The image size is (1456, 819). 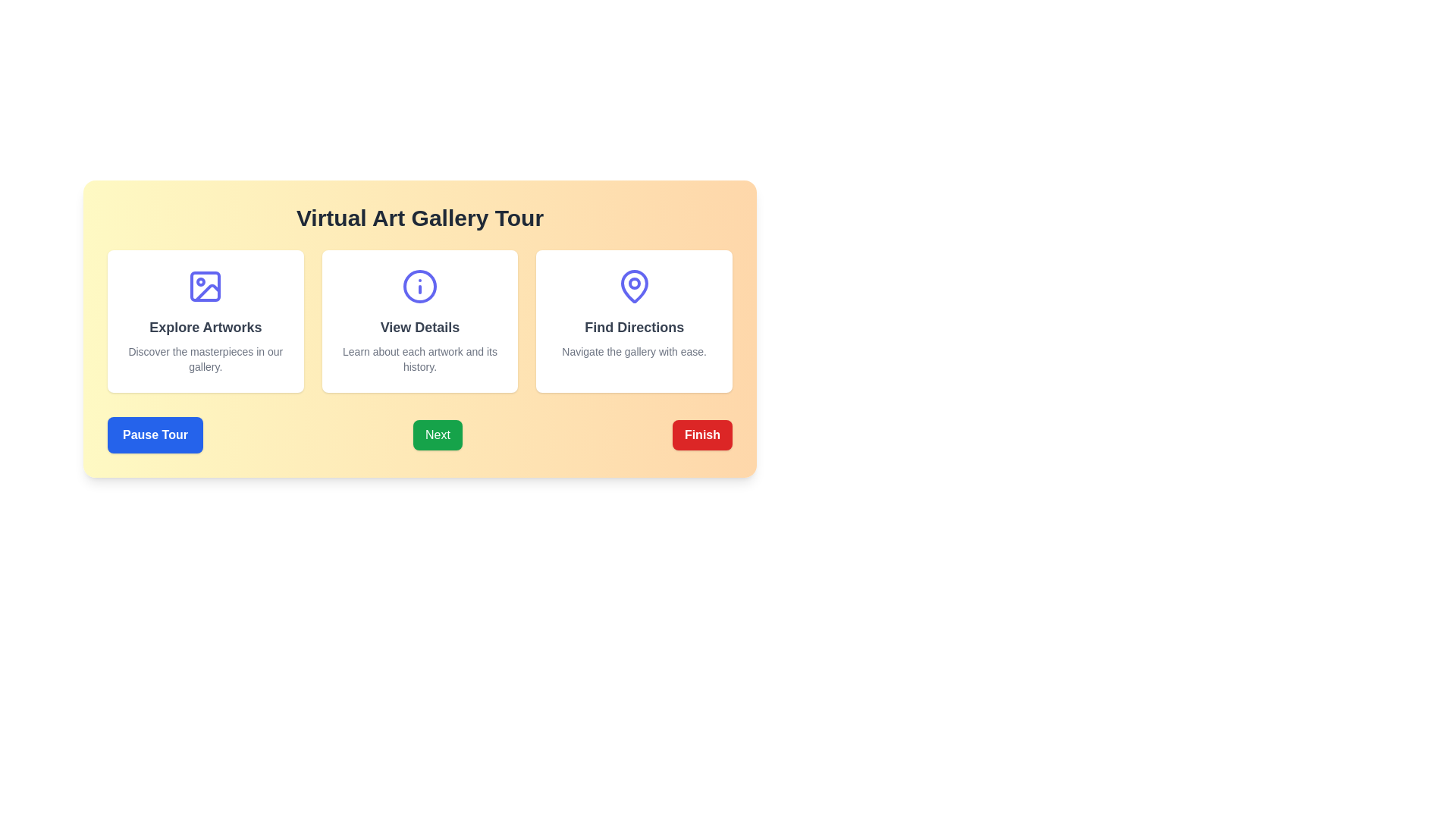 What do you see at coordinates (205, 287) in the screenshot?
I see `the graphic icon that resembles an image frame with a blue outline, located above the text 'Explore Artworks' in the leftmost card of three horizontally aligned cards` at bounding box center [205, 287].